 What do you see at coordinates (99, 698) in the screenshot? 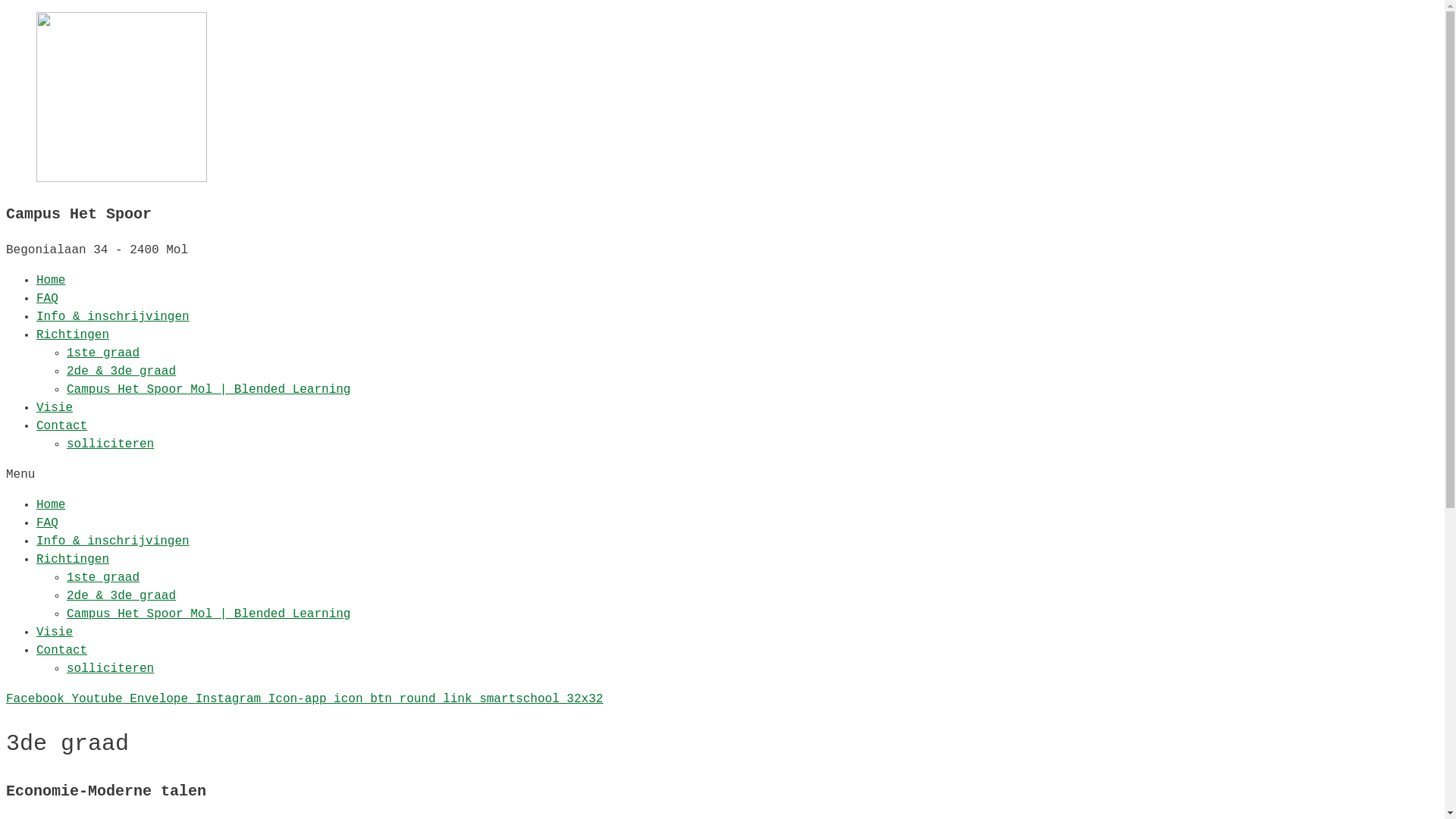
I see `'Youtube'` at bounding box center [99, 698].